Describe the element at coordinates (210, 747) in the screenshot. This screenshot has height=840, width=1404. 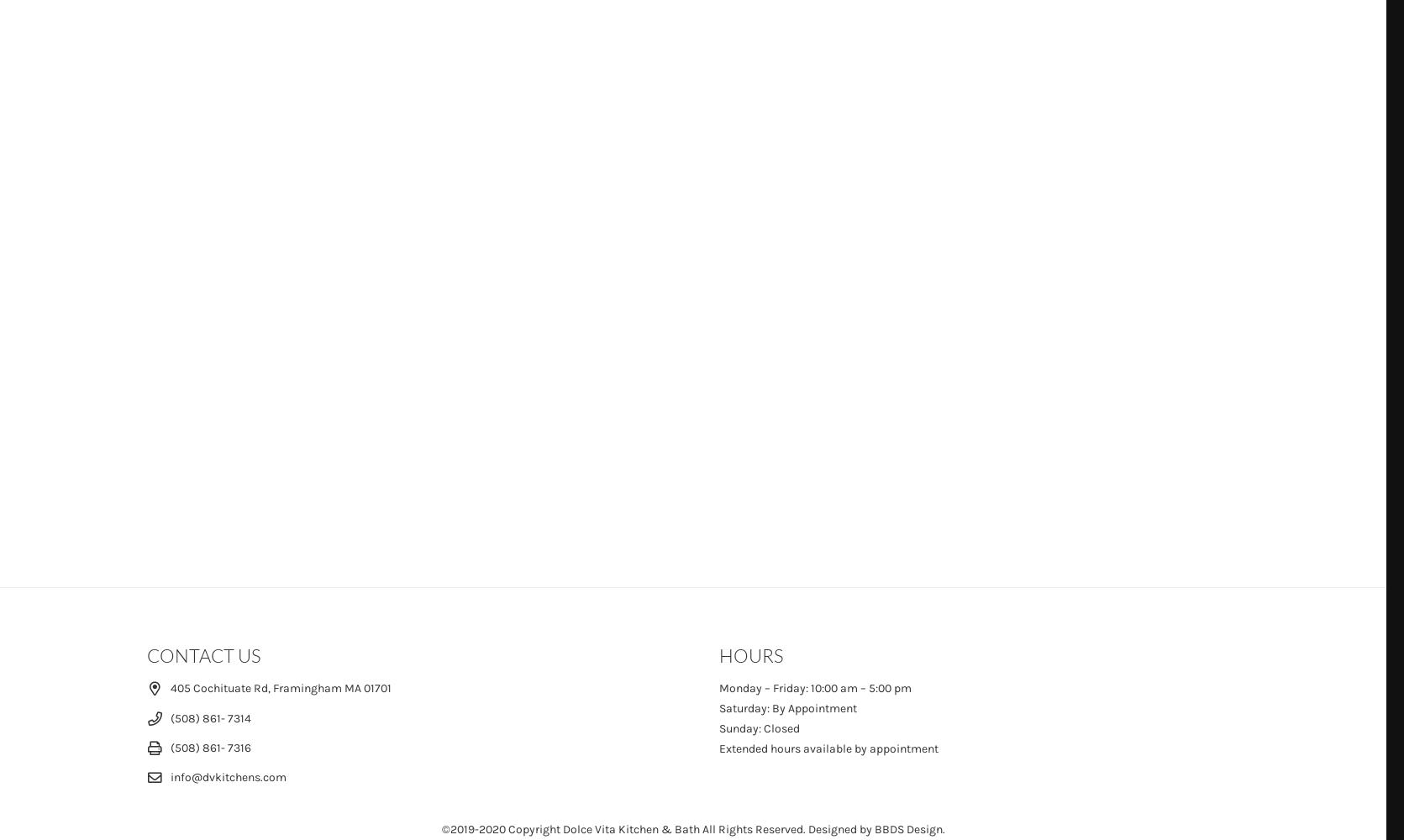
I see `'(508) 861- 7316'` at that location.